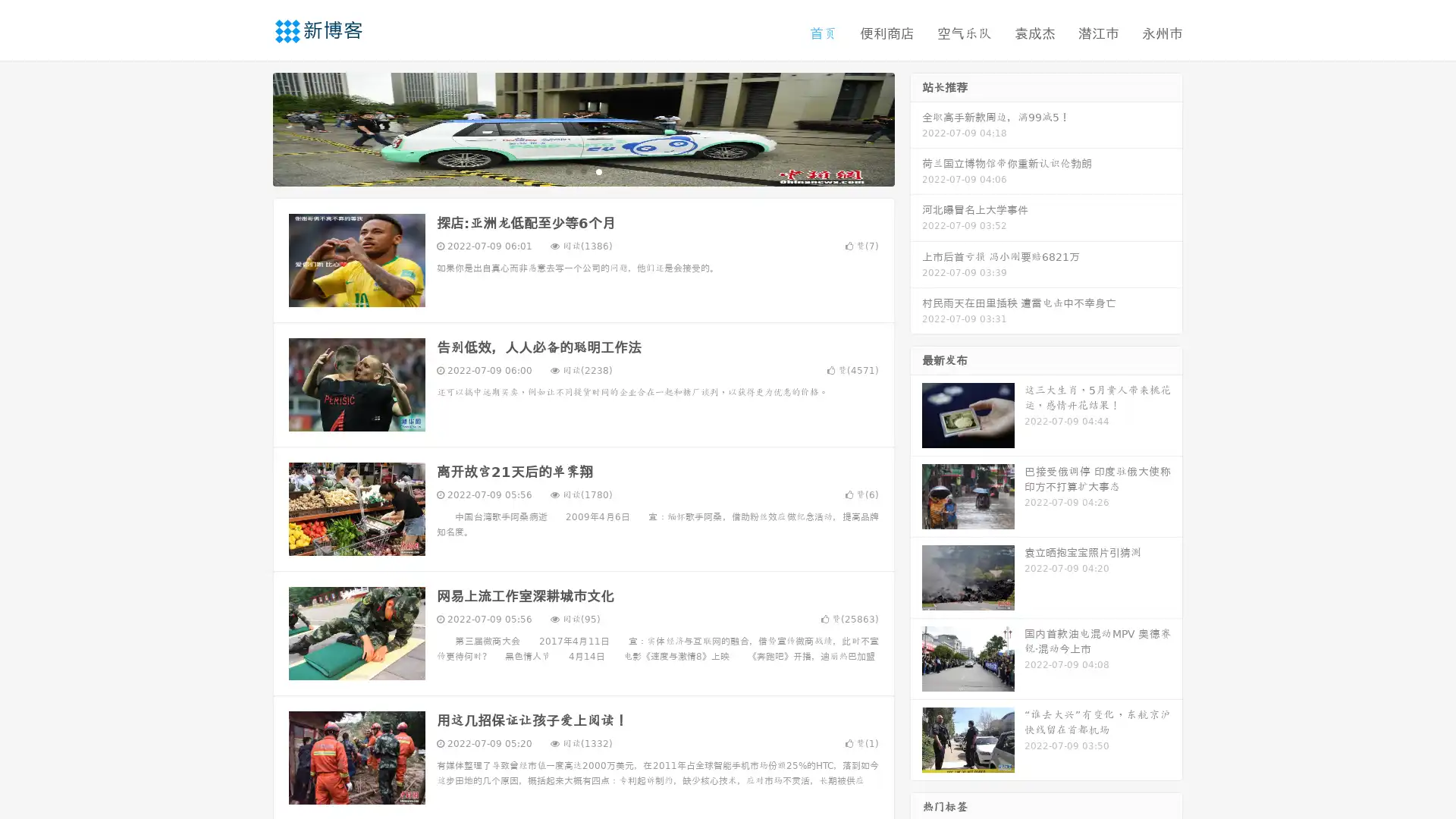 The image size is (1456, 819). What do you see at coordinates (916, 127) in the screenshot?
I see `Next slide` at bounding box center [916, 127].